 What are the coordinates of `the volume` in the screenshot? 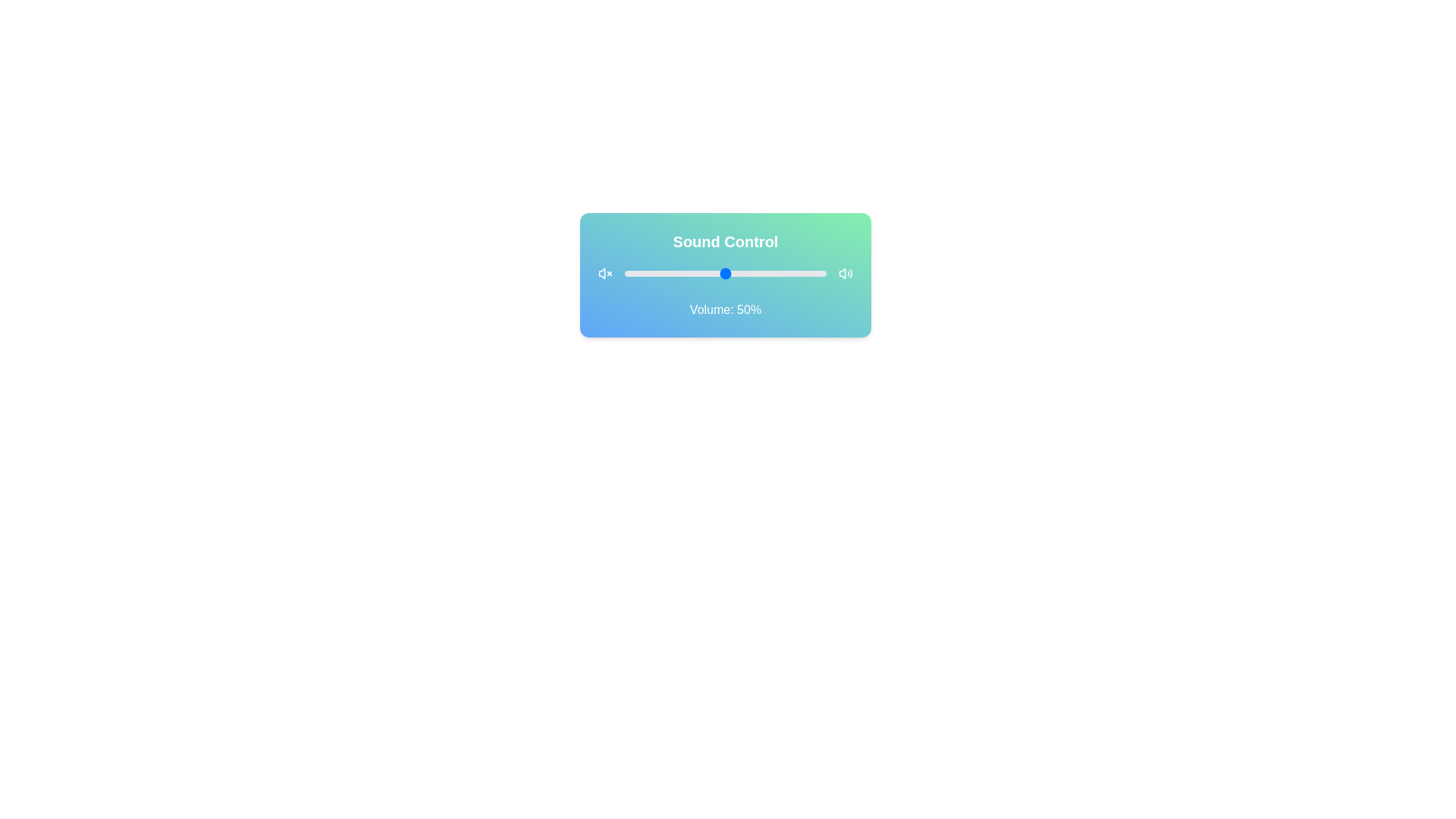 It's located at (711, 274).